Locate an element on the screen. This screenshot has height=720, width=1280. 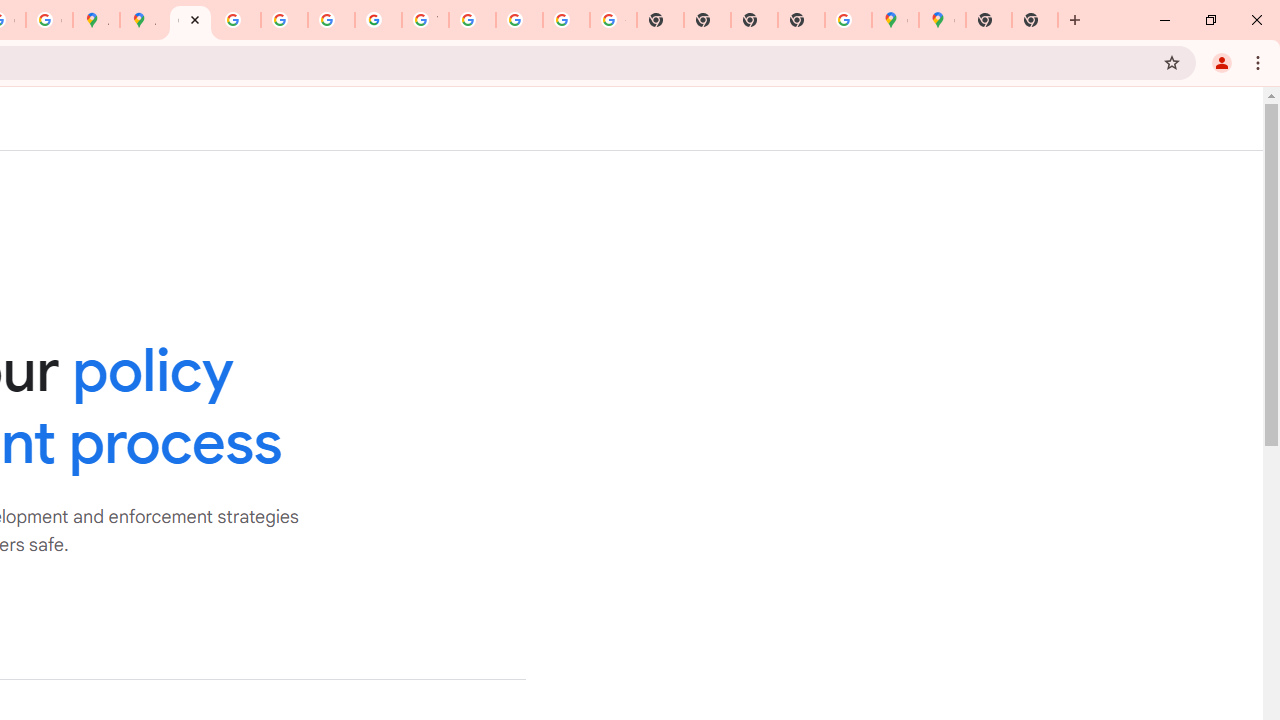
'YouTube' is located at coordinates (424, 20).